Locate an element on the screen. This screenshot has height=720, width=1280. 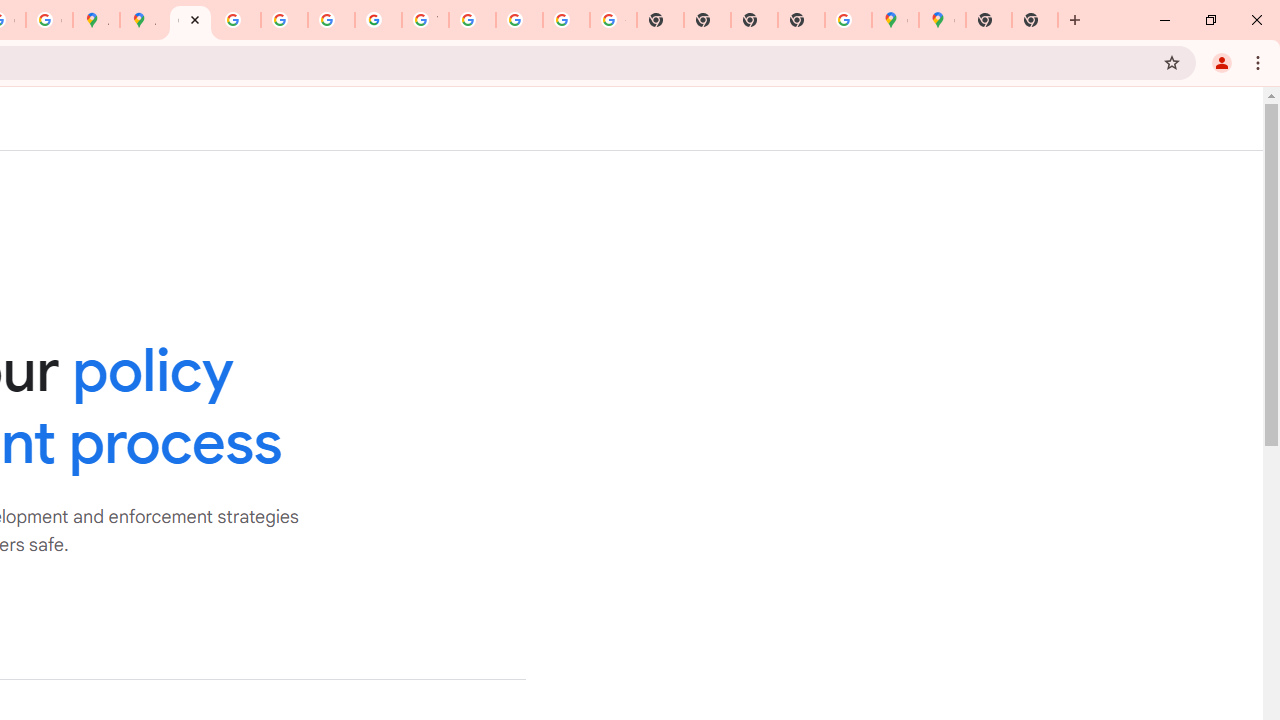
'YouTube' is located at coordinates (424, 20).